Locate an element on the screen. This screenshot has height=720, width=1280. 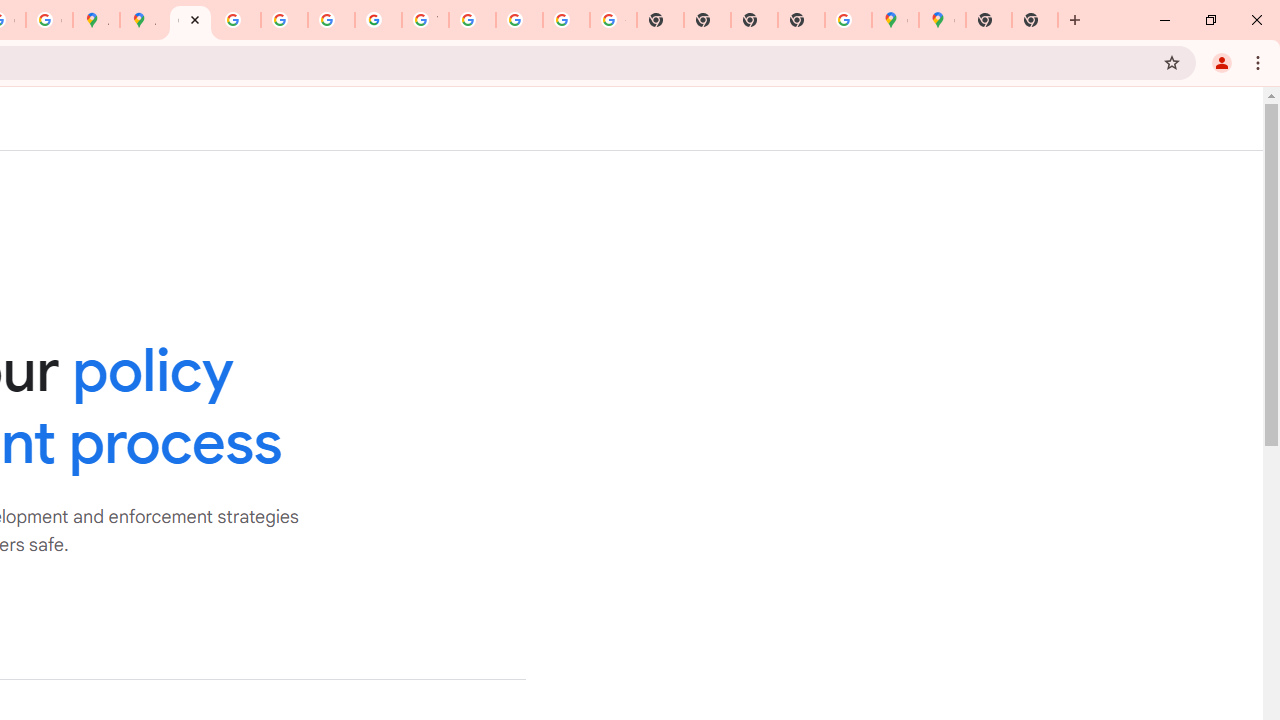
'YouTube' is located at coordinates (424, 20).